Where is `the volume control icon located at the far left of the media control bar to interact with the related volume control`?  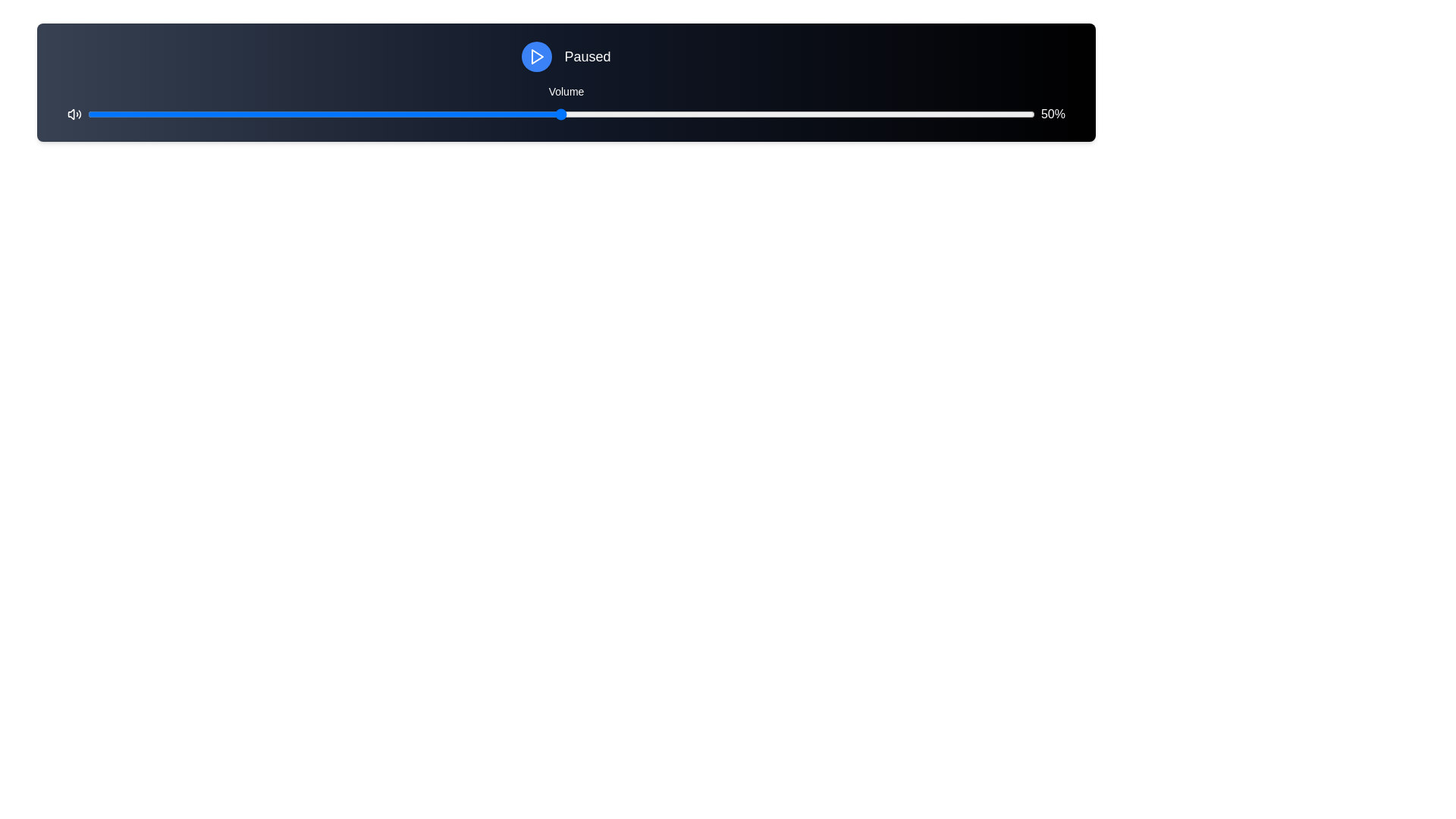
the volume control icon located at the far left of the media control bar to interact with the related volume control is located at coordinates (71, 113).